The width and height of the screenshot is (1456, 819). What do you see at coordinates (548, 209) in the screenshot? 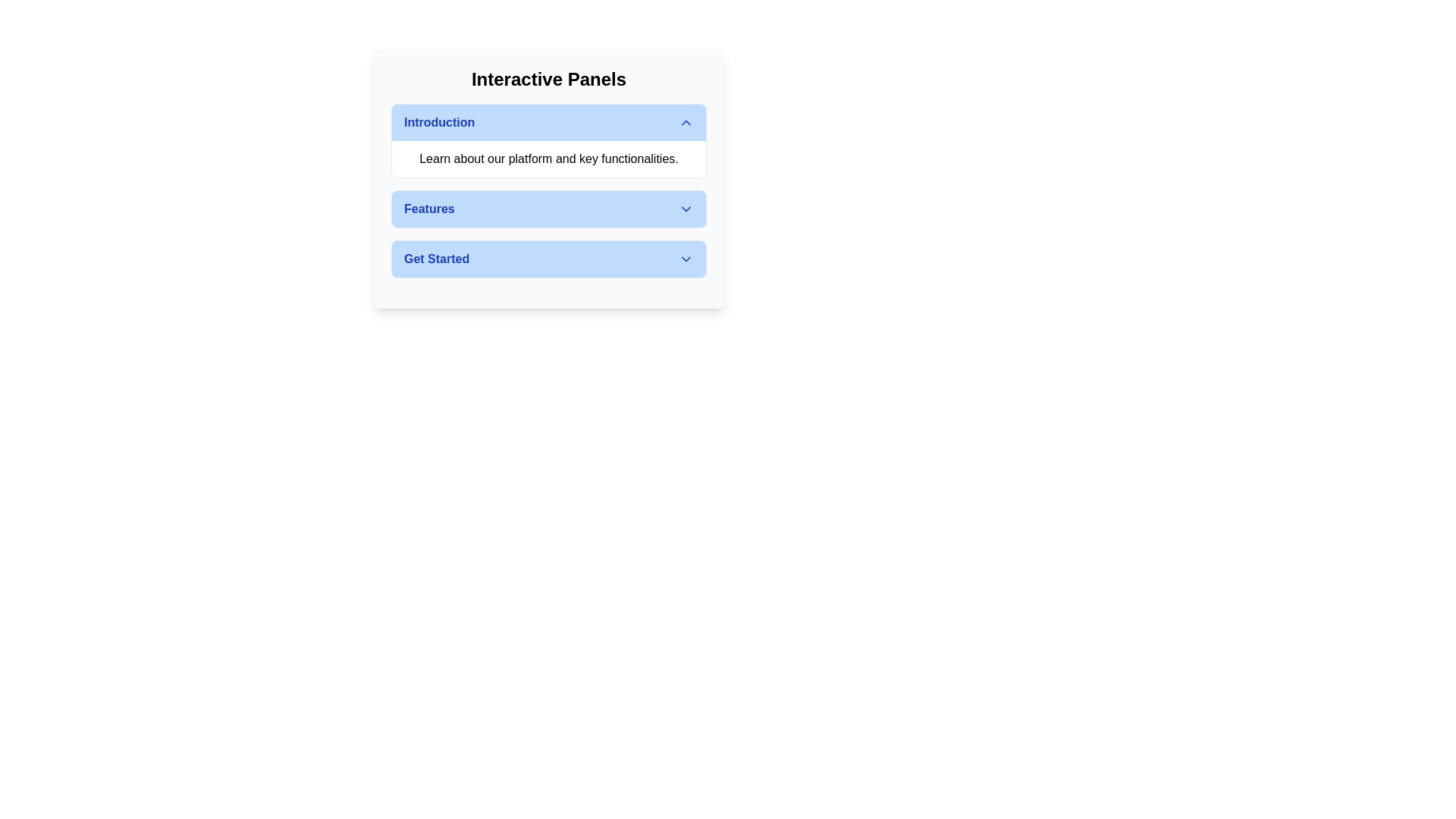
I see `the toggle button located between 'Introduction' and 'Get Started'` at bounding box center [548, 209].